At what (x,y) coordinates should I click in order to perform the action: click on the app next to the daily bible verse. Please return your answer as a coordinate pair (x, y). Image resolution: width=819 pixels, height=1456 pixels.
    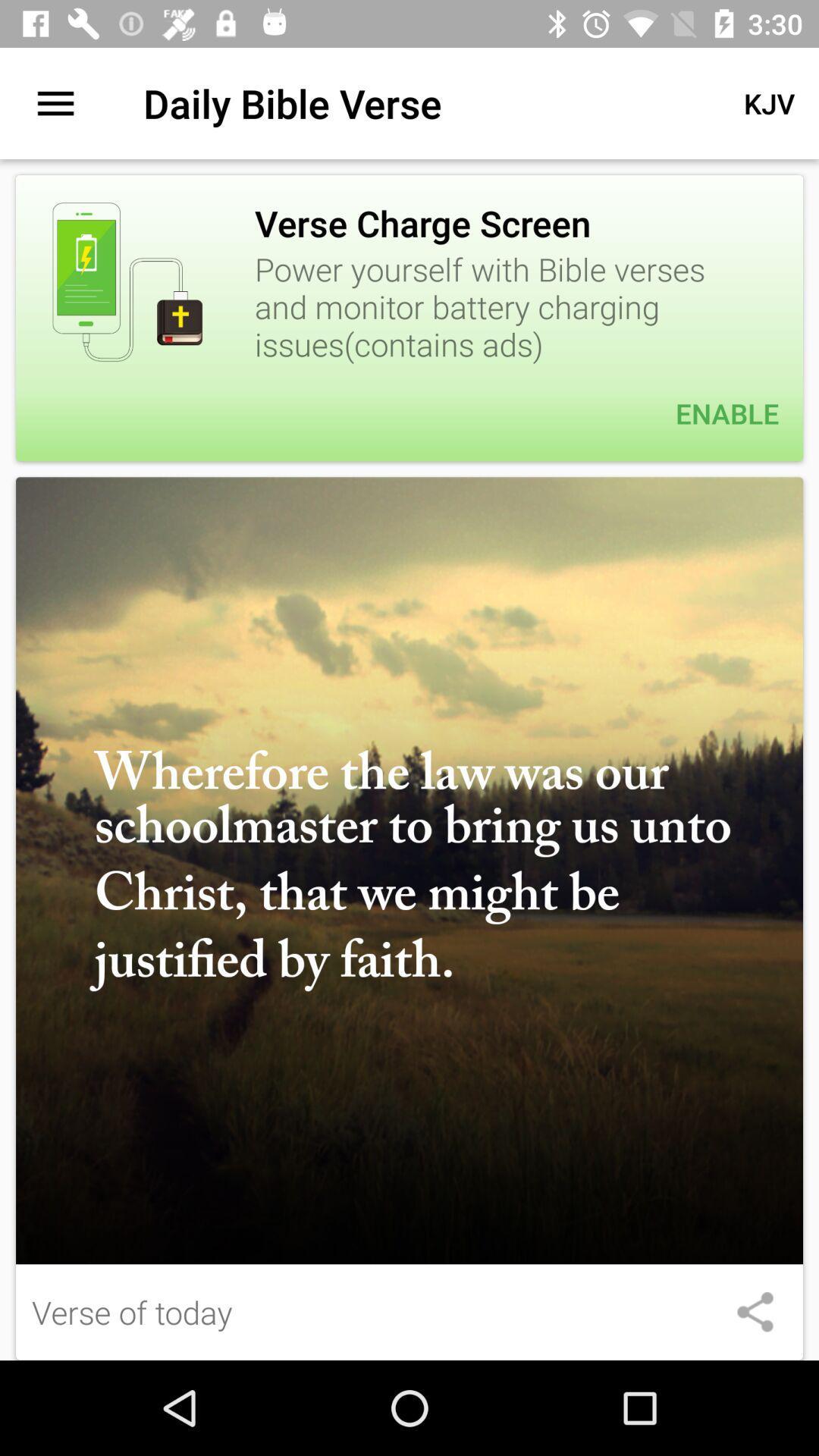
    Looking at the image, I should click on (55, 102).